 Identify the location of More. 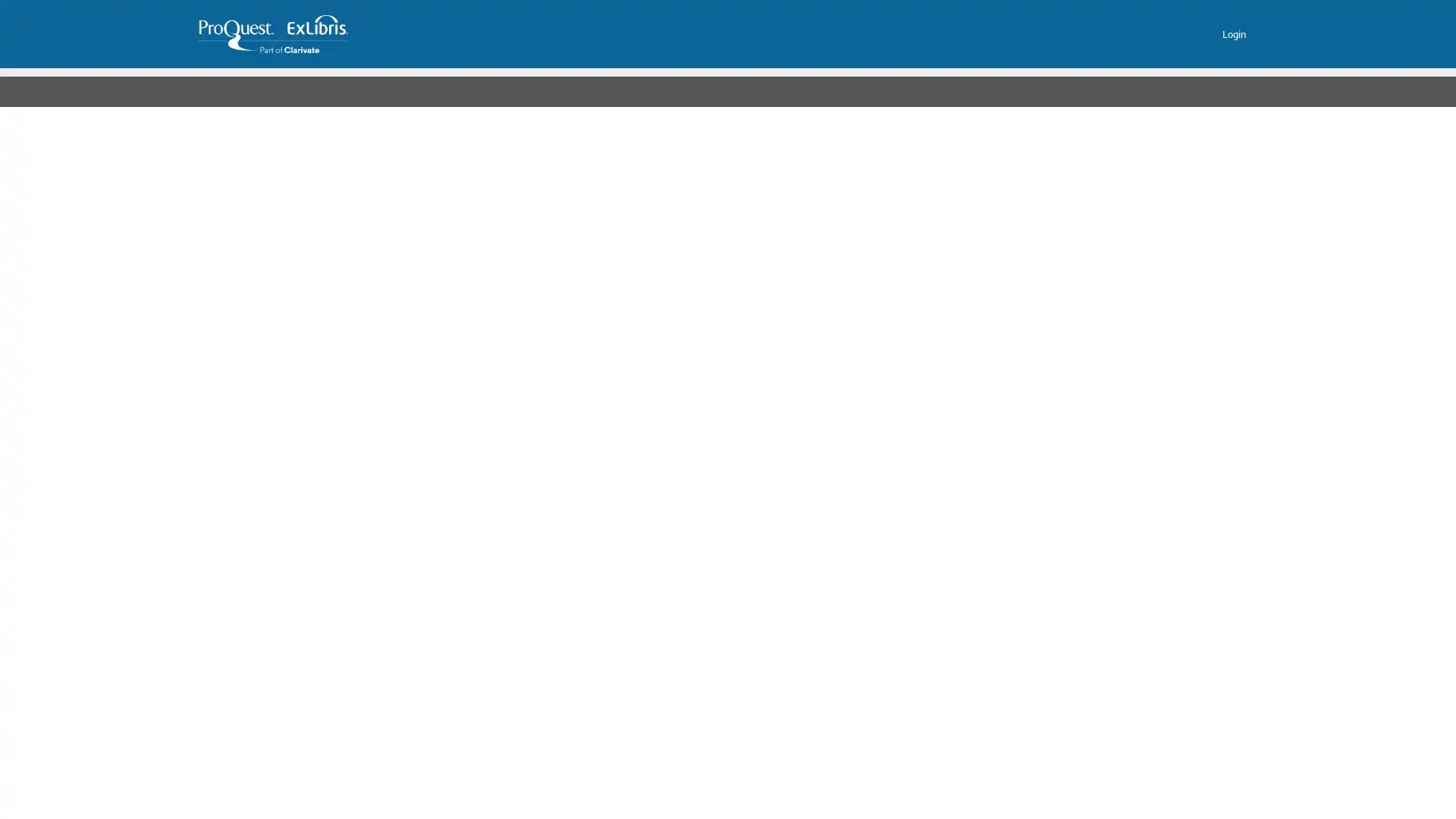
(644, 86).